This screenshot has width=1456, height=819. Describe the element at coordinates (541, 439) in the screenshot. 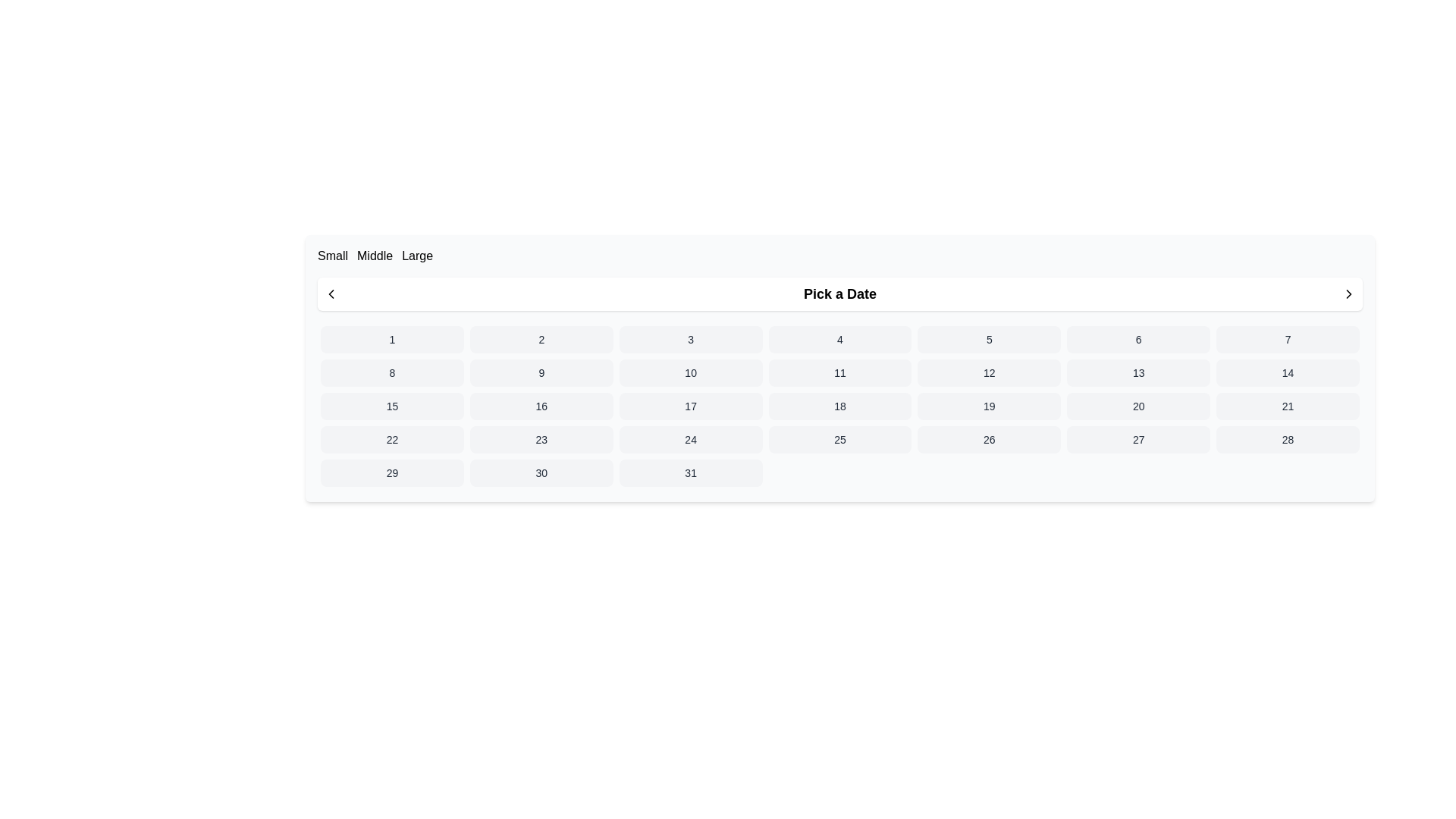

I see `the date selection button for '23' in the calendar interface` at that location.